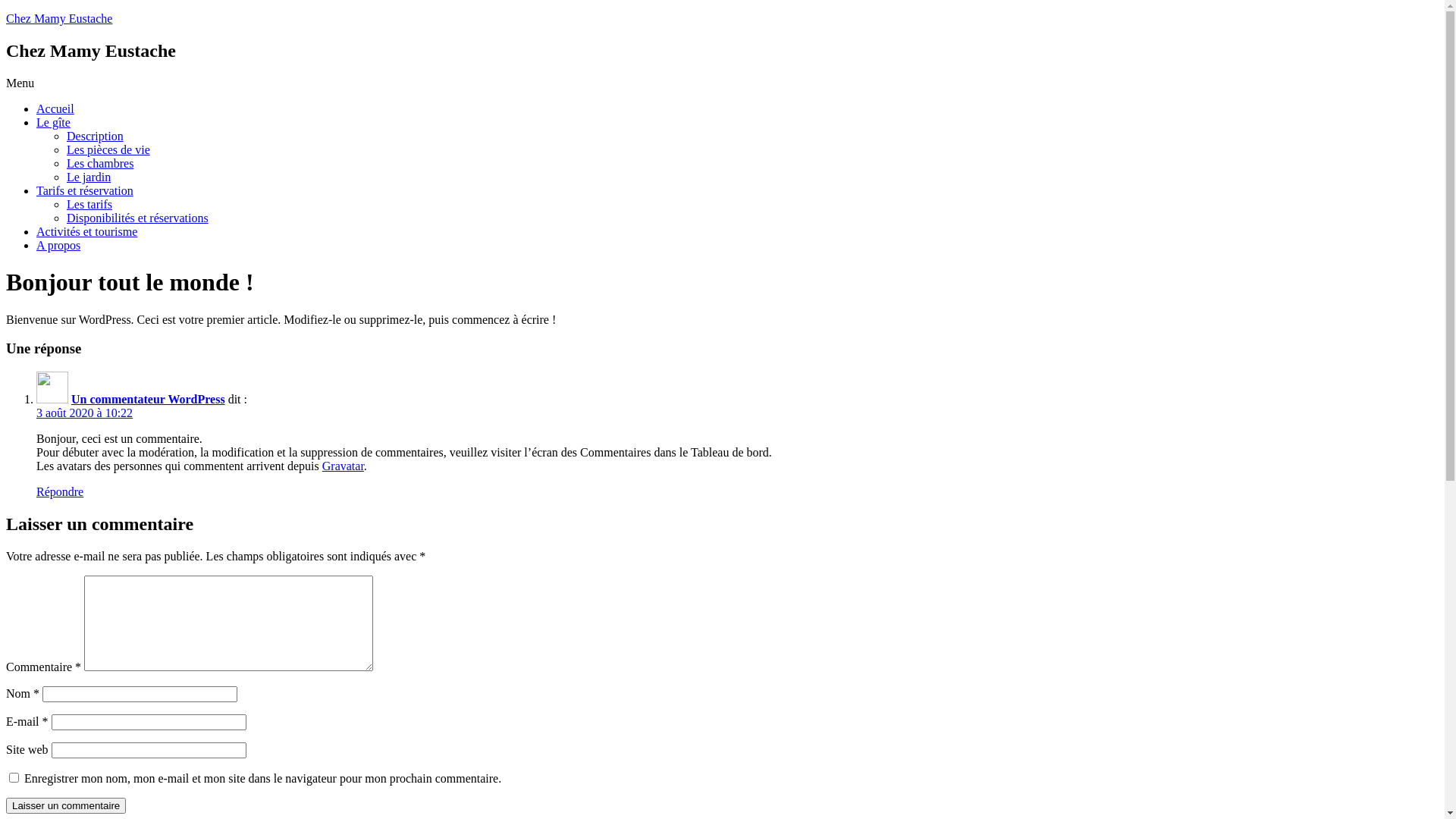 The width and height of the screenshot is (1456, 819). What do you see at coordinates (71, 398) in the screenshot?
I see `'Un commentateur WordPress'` at bounding box center [71, 398].